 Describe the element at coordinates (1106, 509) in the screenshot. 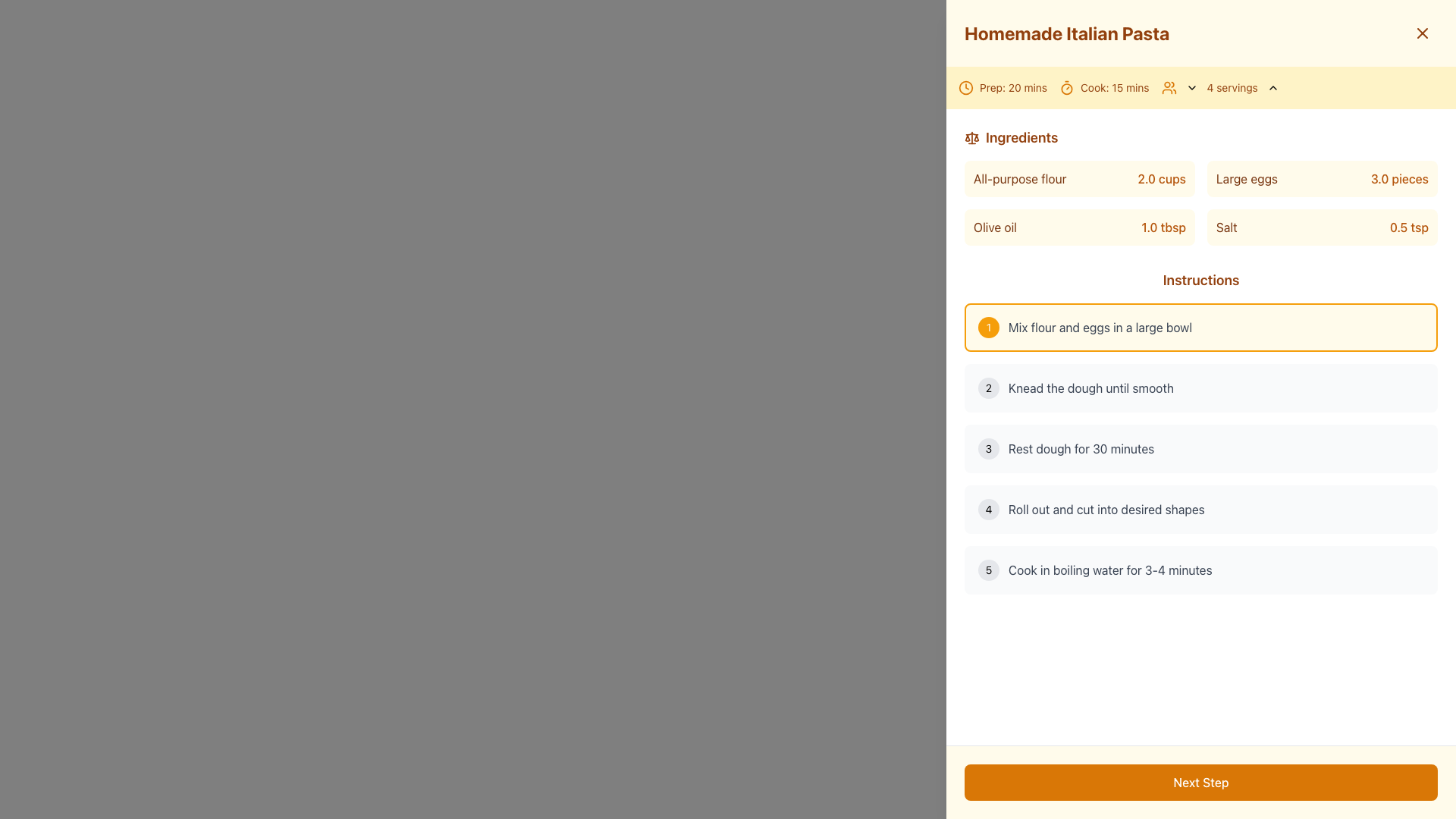

I see `the text label that says 'Roll out and cut into desired shapes', which is styled in gray and is the fourth item in the vertical list under the 'Instructions' section` at that location.